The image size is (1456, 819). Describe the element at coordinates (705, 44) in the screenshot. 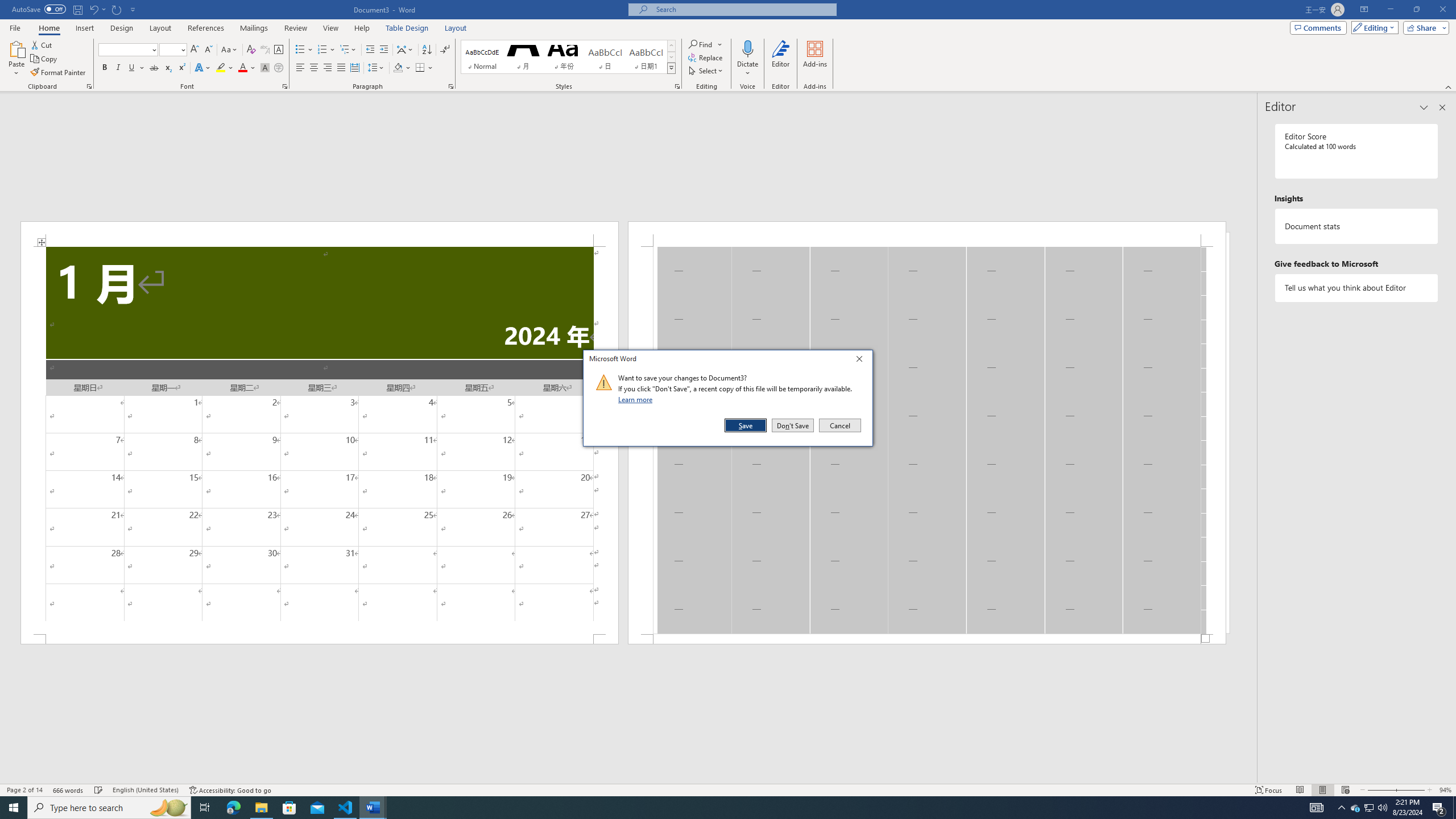

I see `'Find'` at that location.